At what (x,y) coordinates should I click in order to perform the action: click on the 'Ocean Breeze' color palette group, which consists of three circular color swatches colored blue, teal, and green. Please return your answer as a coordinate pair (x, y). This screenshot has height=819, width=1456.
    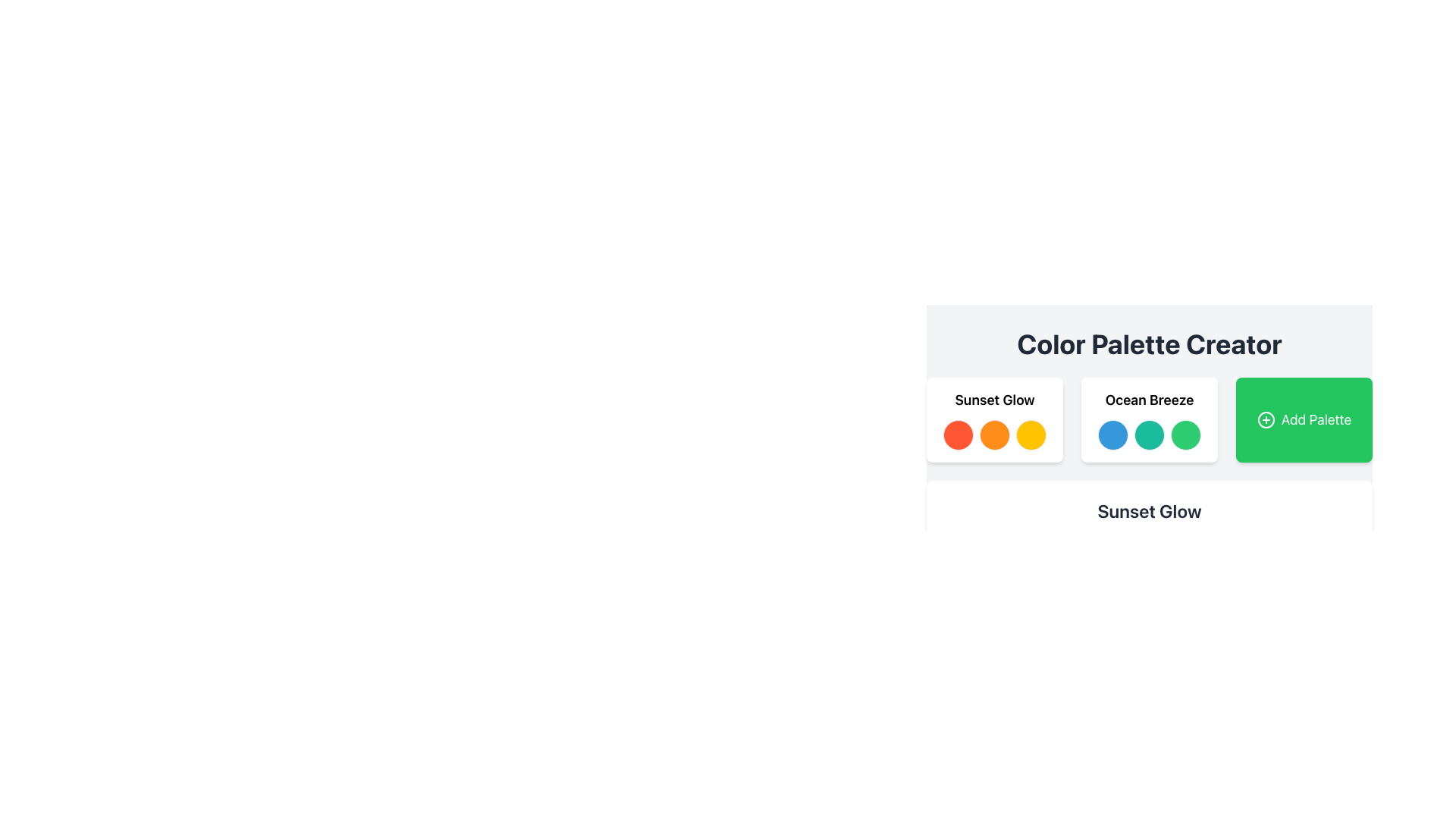
    Looking at the image, I should click on (1150, 435).